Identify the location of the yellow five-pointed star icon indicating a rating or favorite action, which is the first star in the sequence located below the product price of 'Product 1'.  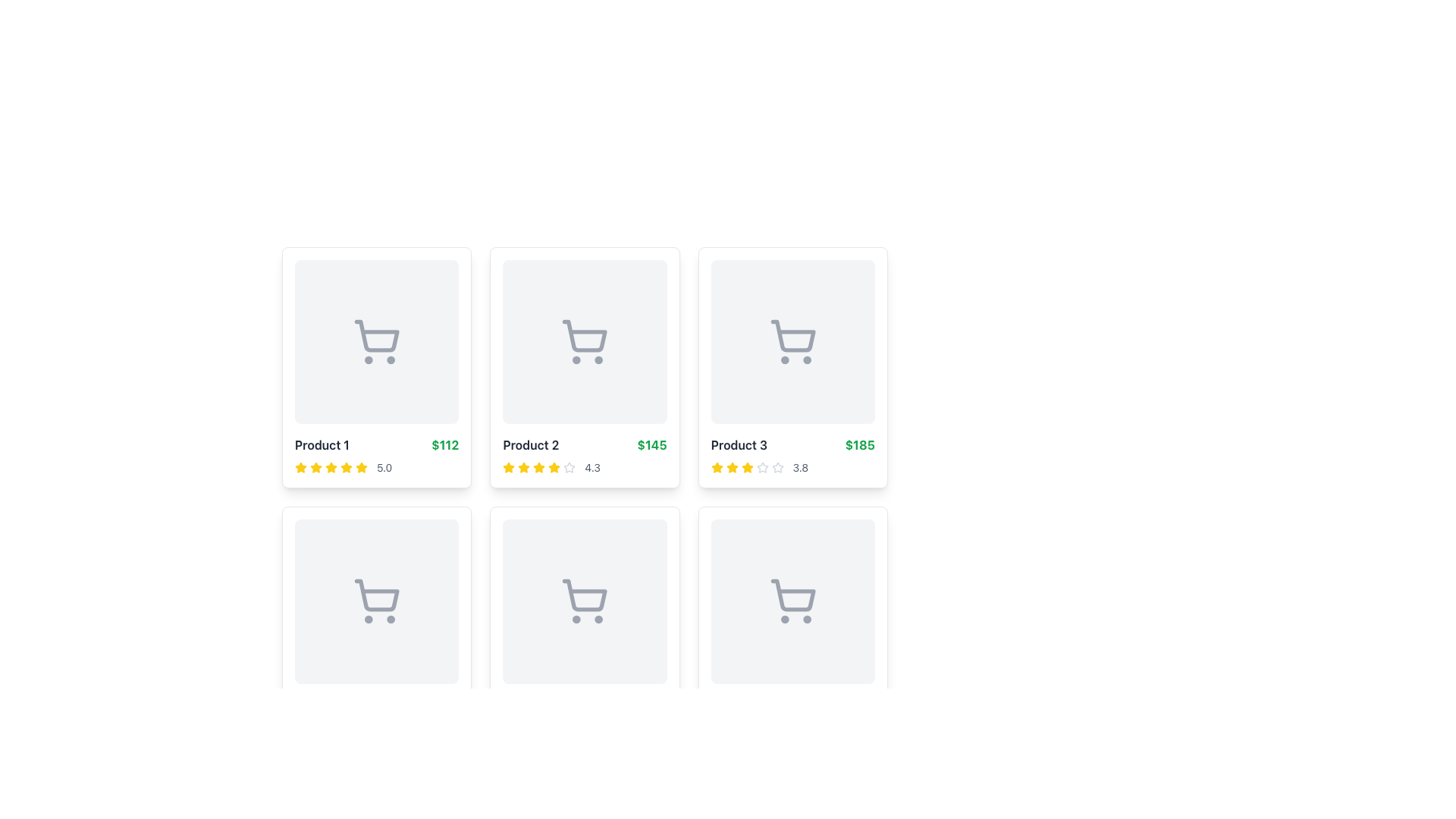
(315, 467).